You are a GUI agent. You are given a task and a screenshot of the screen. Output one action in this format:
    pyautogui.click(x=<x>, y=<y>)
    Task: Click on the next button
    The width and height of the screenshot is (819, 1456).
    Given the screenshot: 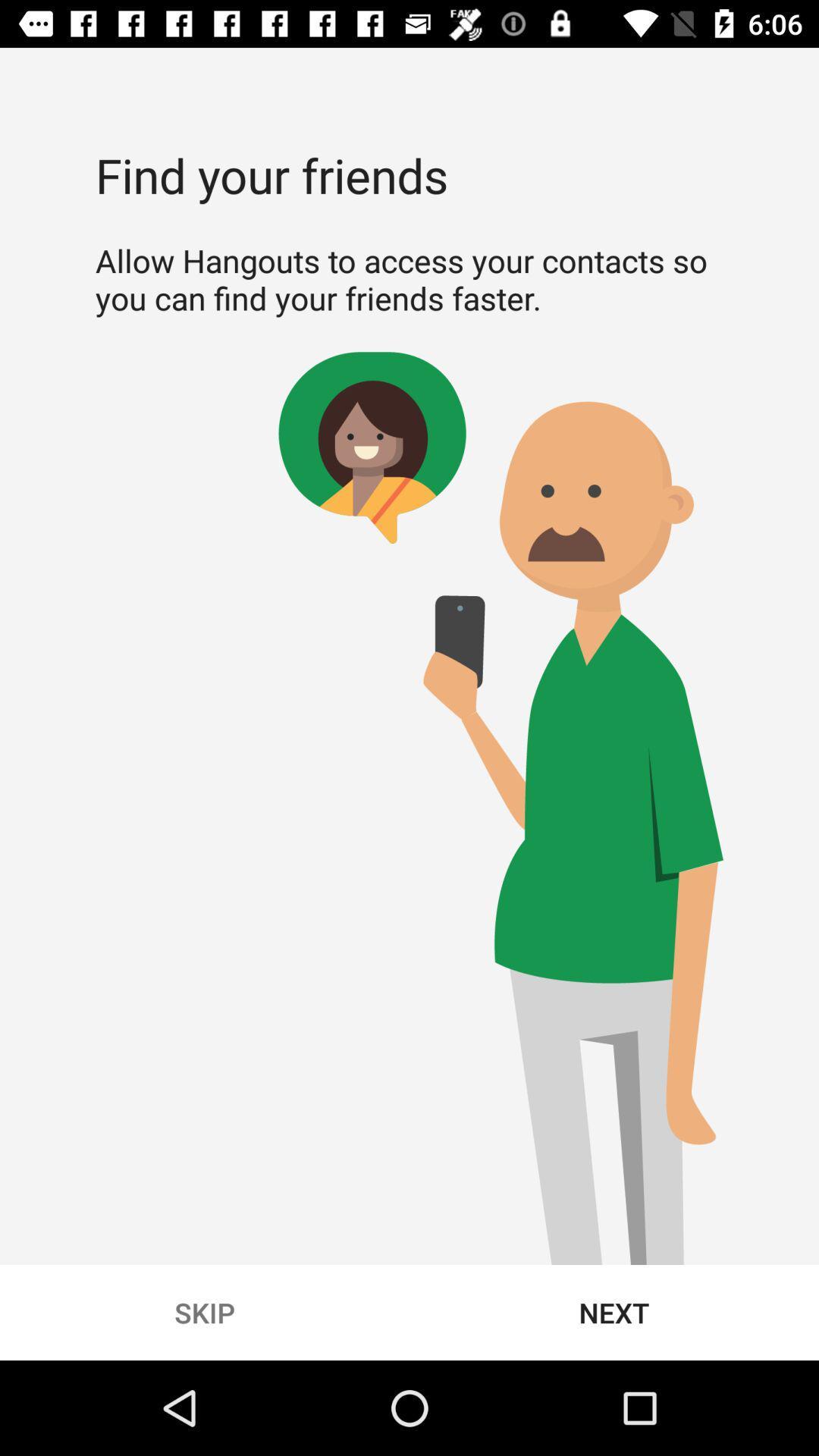 What is the action you would take?
    pyautogui.click(x=614, y=1312)
    